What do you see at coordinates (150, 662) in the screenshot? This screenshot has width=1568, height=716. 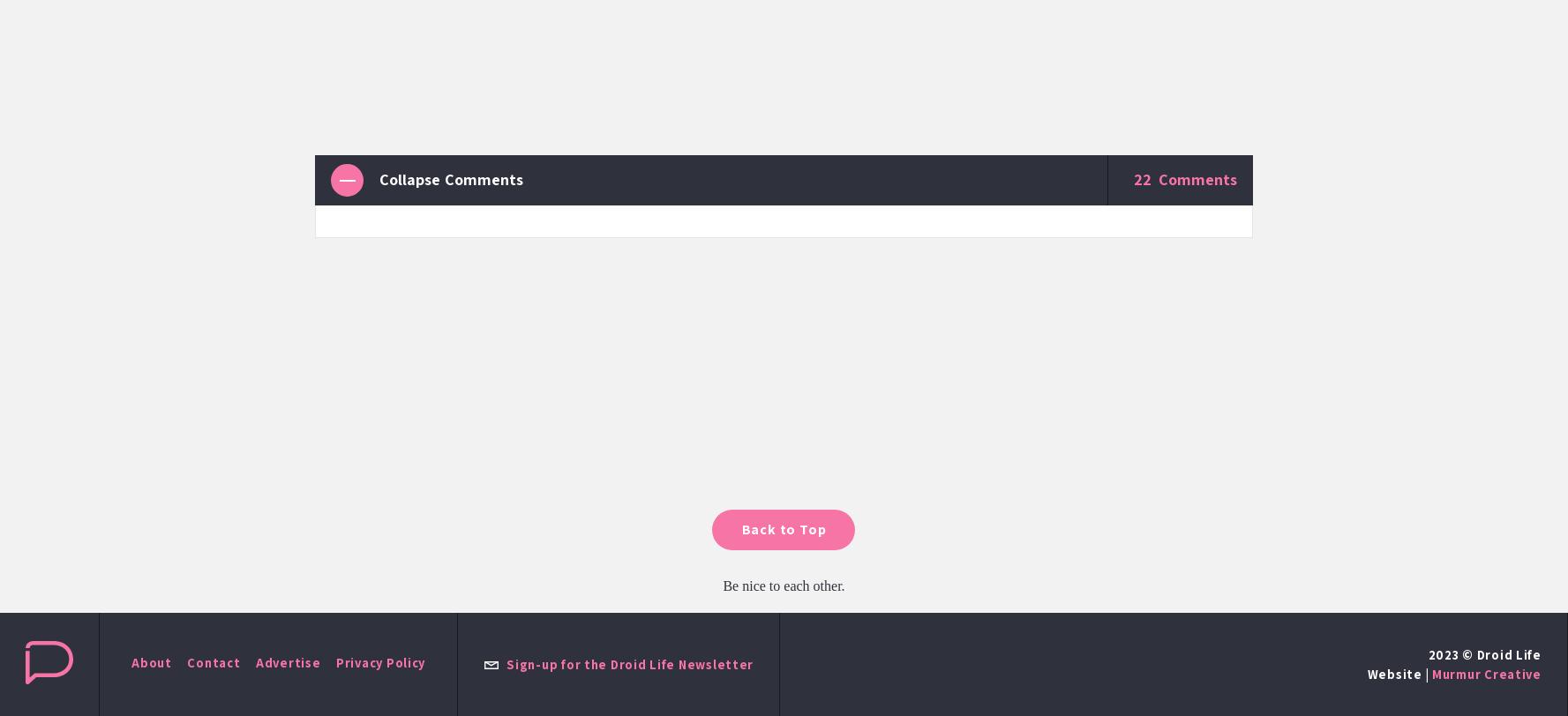 I see `'About'` at bounding box center [150, 662].